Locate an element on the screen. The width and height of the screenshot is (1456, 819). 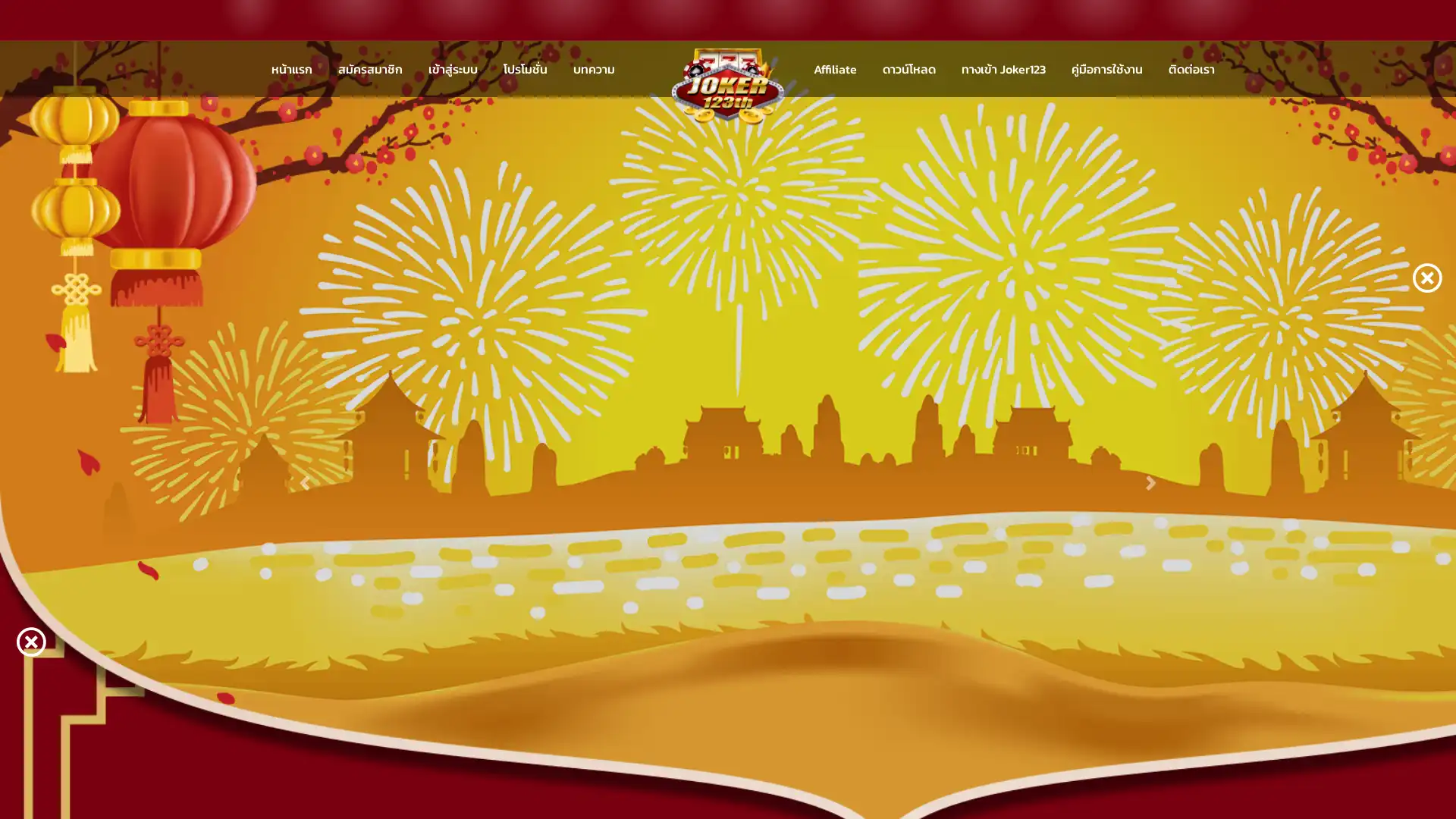
Next is located at coordinates (1150, 420).